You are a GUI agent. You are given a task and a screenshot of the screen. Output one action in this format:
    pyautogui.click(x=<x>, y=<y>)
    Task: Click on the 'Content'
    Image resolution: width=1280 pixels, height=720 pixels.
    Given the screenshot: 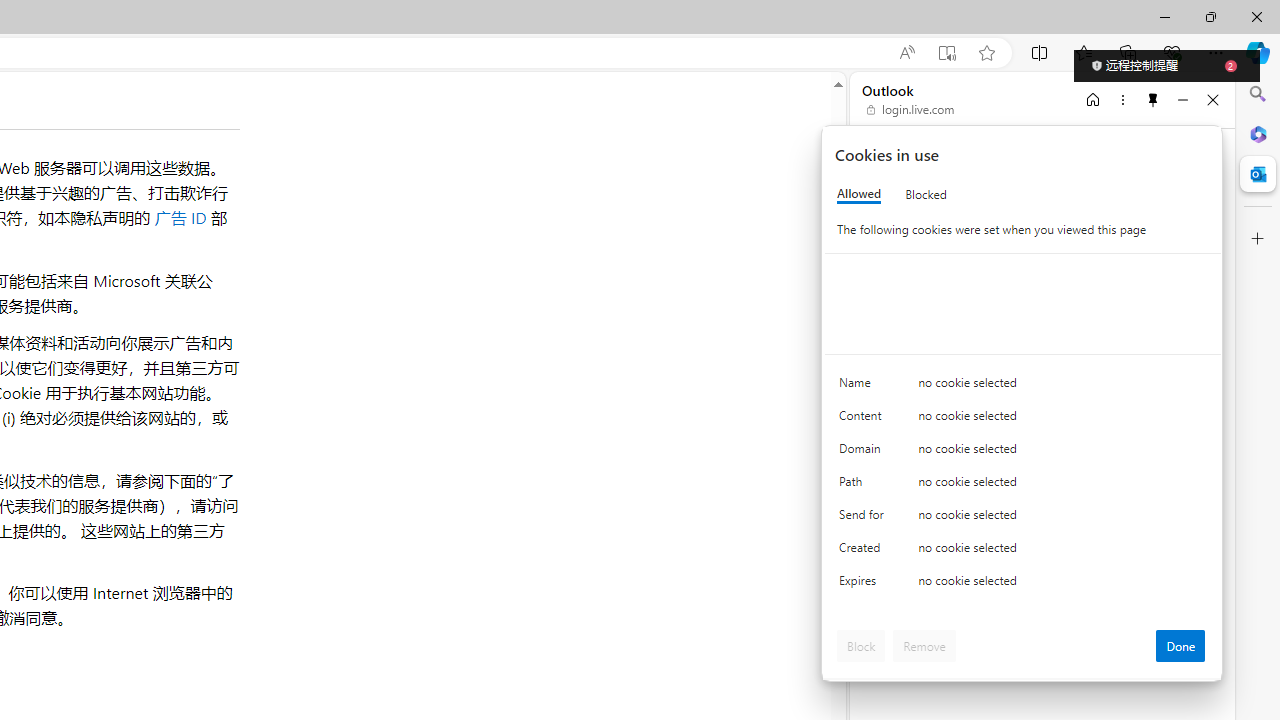 What is the action you would take?
    pyautogui.click(x=865, y=419)
    